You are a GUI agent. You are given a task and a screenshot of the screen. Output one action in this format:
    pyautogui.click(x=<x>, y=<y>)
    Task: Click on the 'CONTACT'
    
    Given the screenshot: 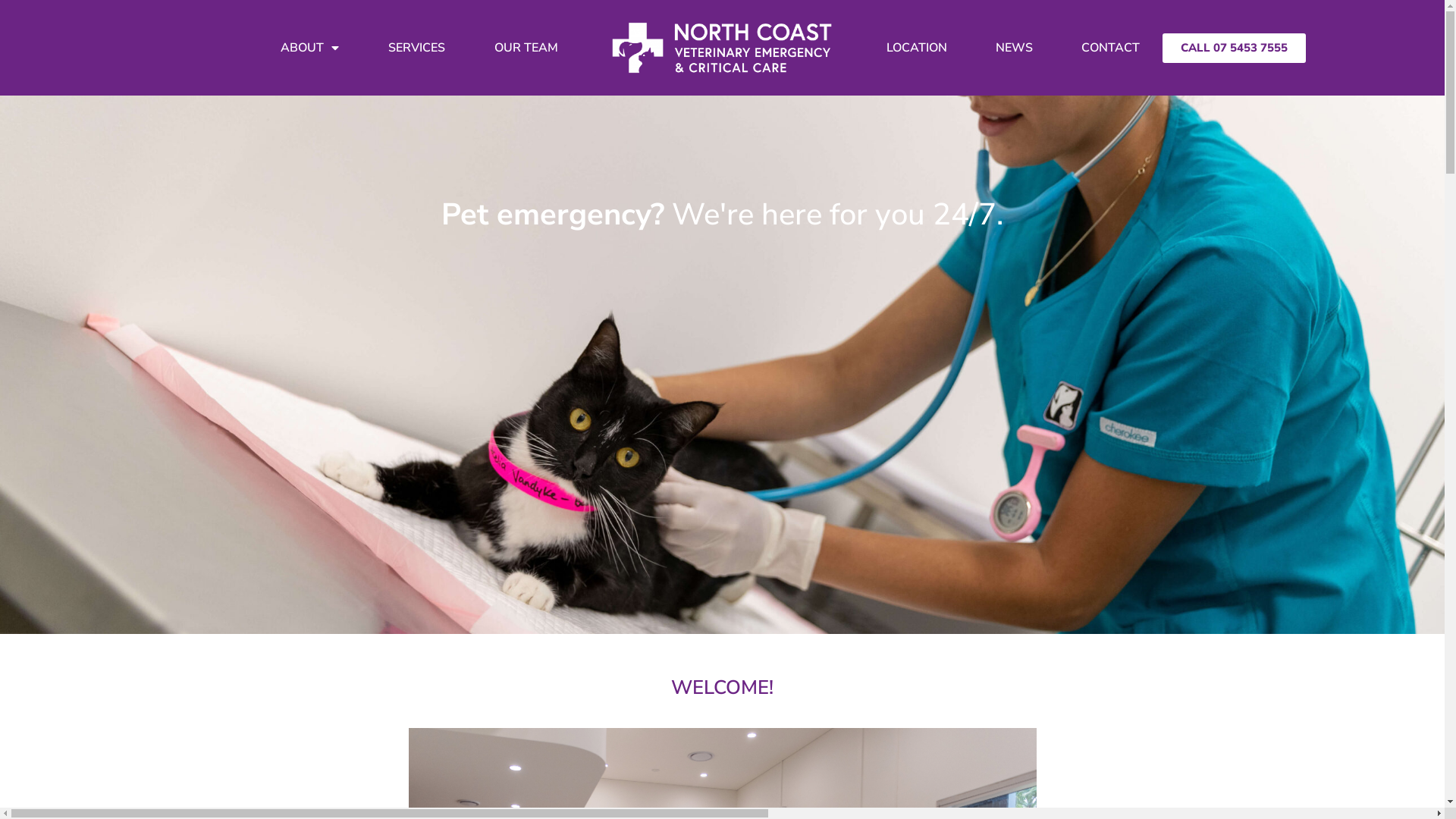 What is the action you would take?
    pyautogui.click(x=1110, y=46)
    